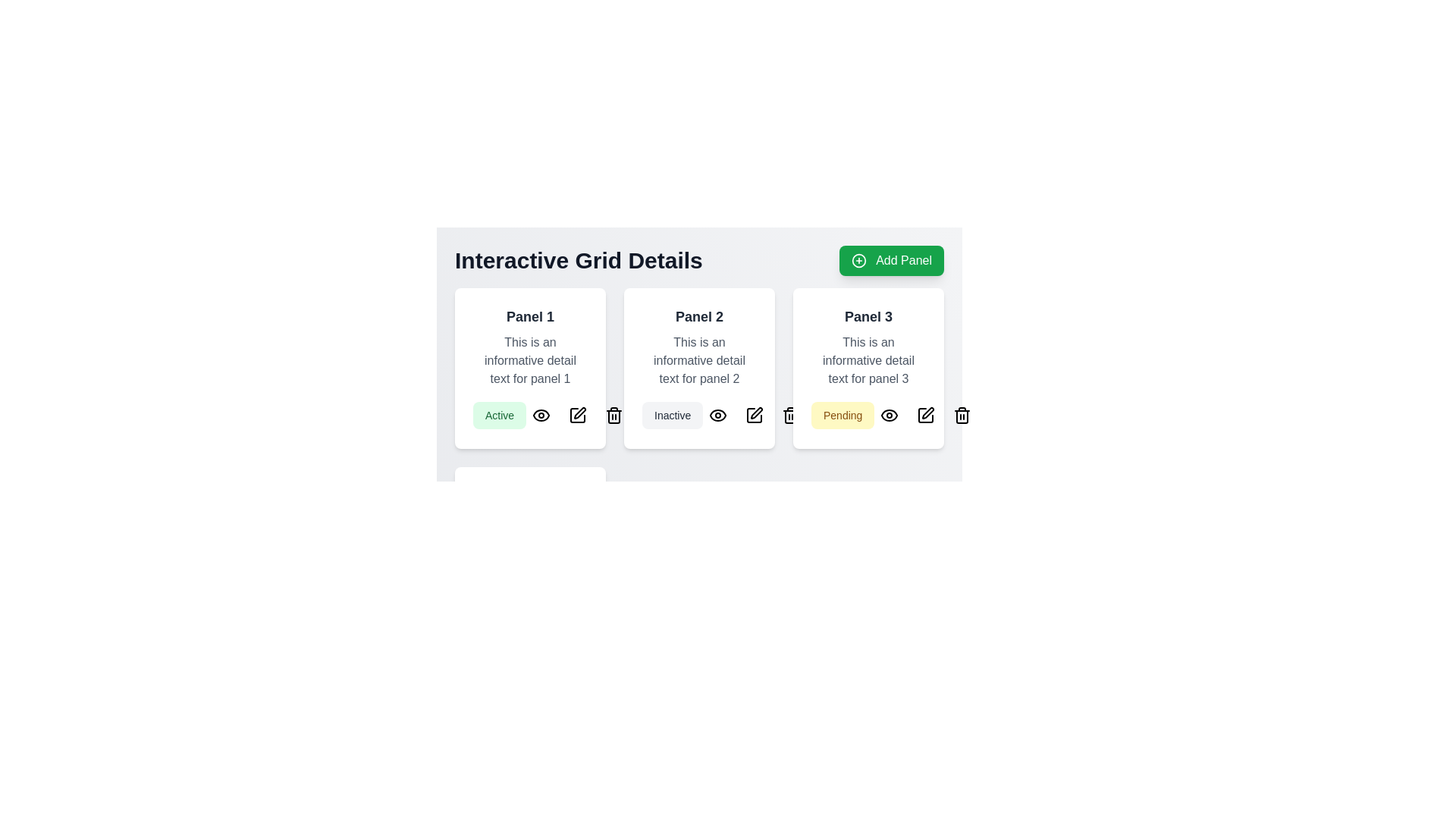  Describe the element at coordinates (698, 259) in the screenshot. I see `title of the header that indicates the section is about interactive grid details, which includes the 'Add Panel' button for adding new panels` at that location.